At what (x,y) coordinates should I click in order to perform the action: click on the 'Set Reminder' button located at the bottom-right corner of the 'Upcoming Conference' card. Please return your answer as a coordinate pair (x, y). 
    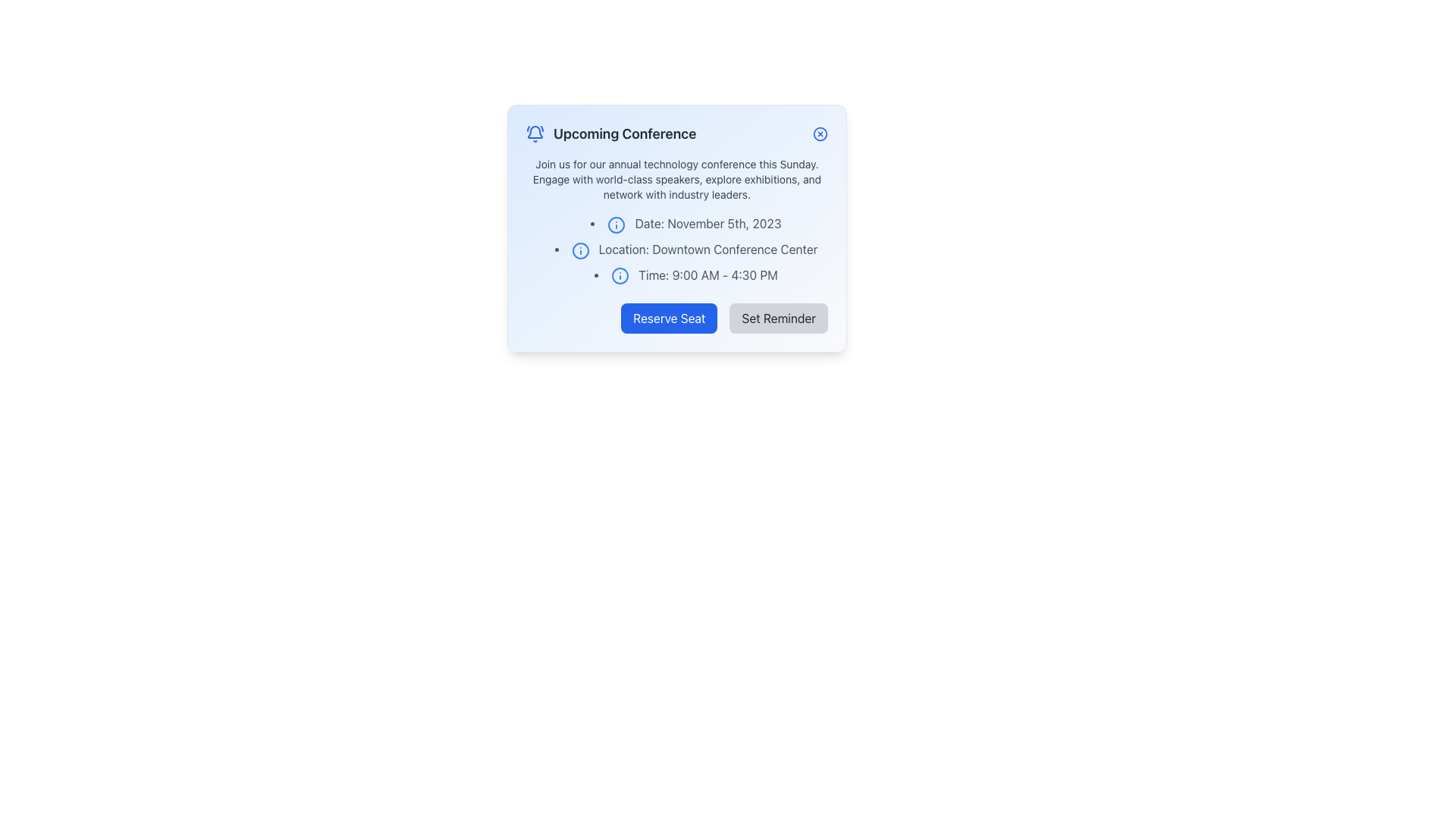
    Looking at the image, I should click on (779, 318).